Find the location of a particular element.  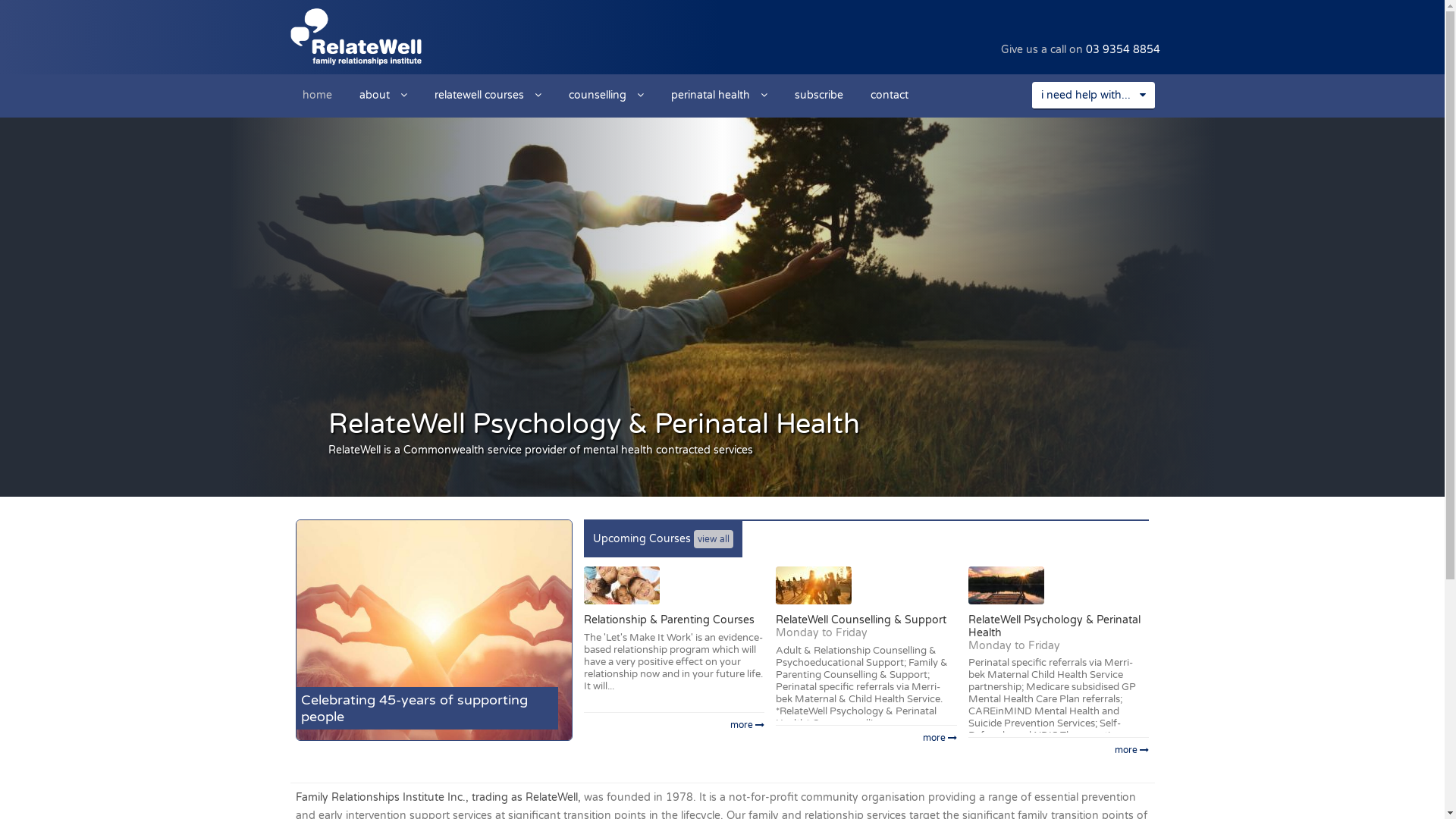

'perinatal health' is located at coordinates (717, 94).